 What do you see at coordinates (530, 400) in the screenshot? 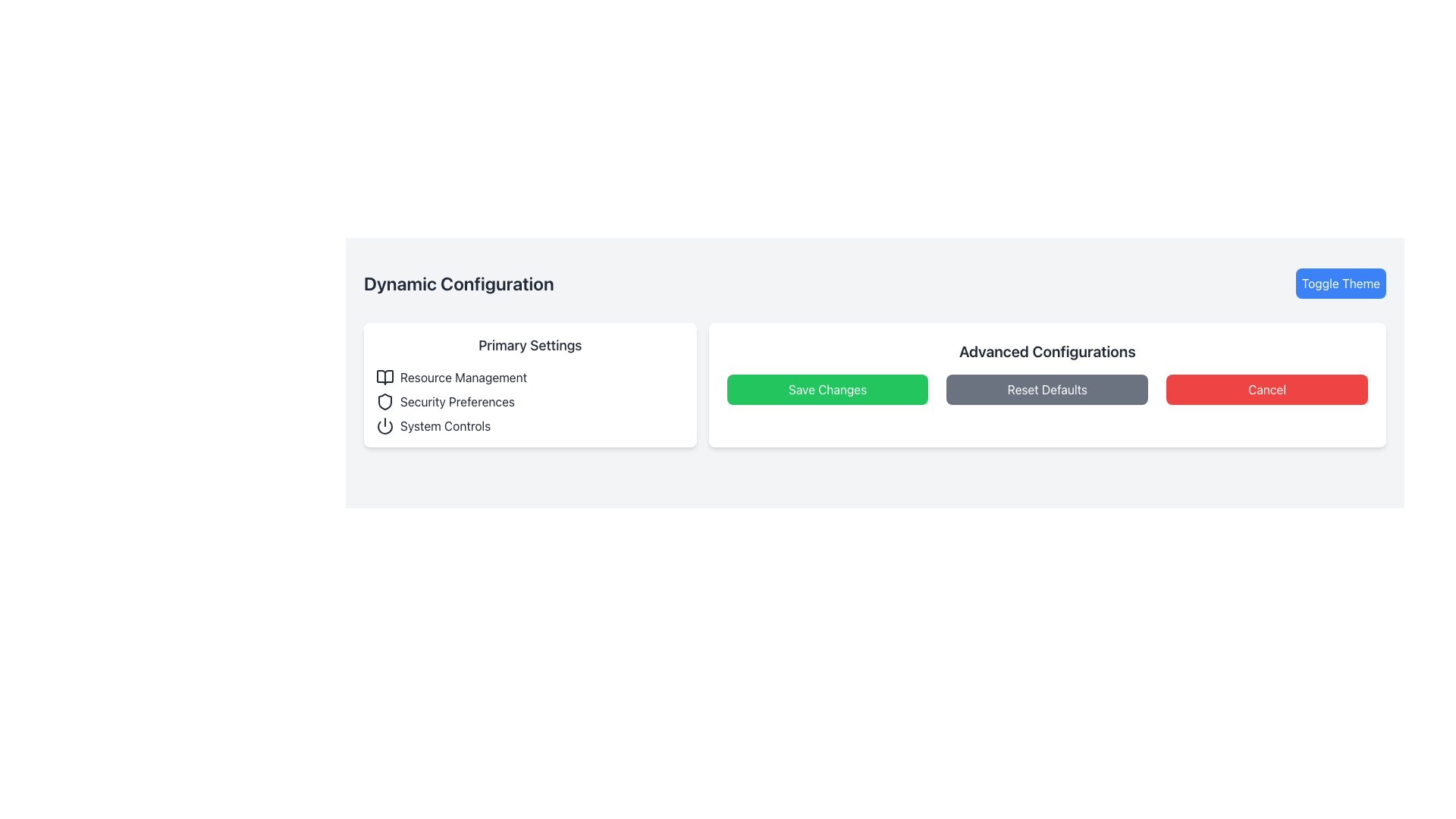
I see `the icons in the settings menu located within the white card labeled 'Primary Settings'` at bounding box center [530, 400].